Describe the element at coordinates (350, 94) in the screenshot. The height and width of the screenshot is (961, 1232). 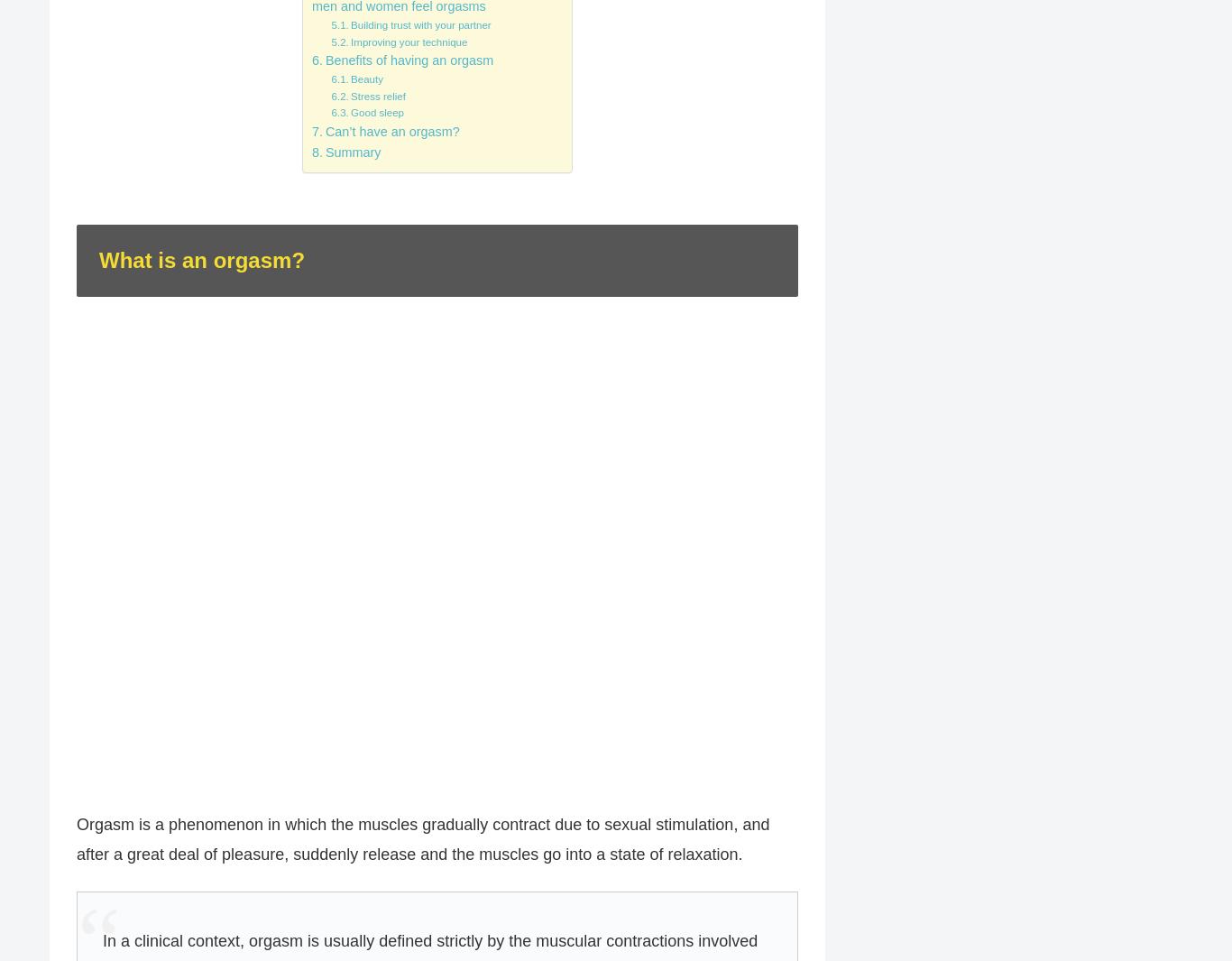
I see `'Stress relief'` at that location.